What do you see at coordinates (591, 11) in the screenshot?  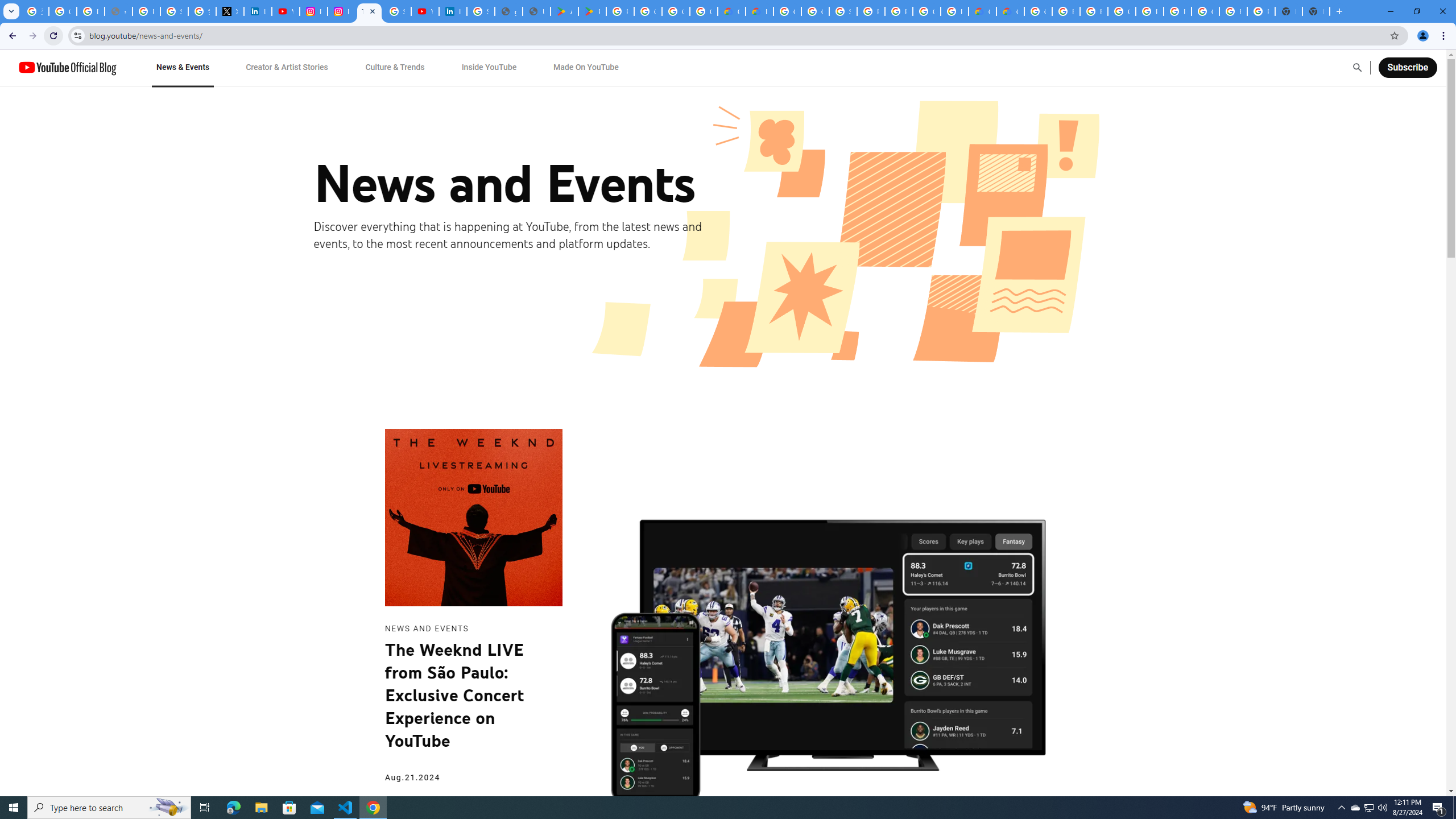 I see `'PAW Patrol Rescue World - Apps on Google Play'` at bounding box center [591, 11].